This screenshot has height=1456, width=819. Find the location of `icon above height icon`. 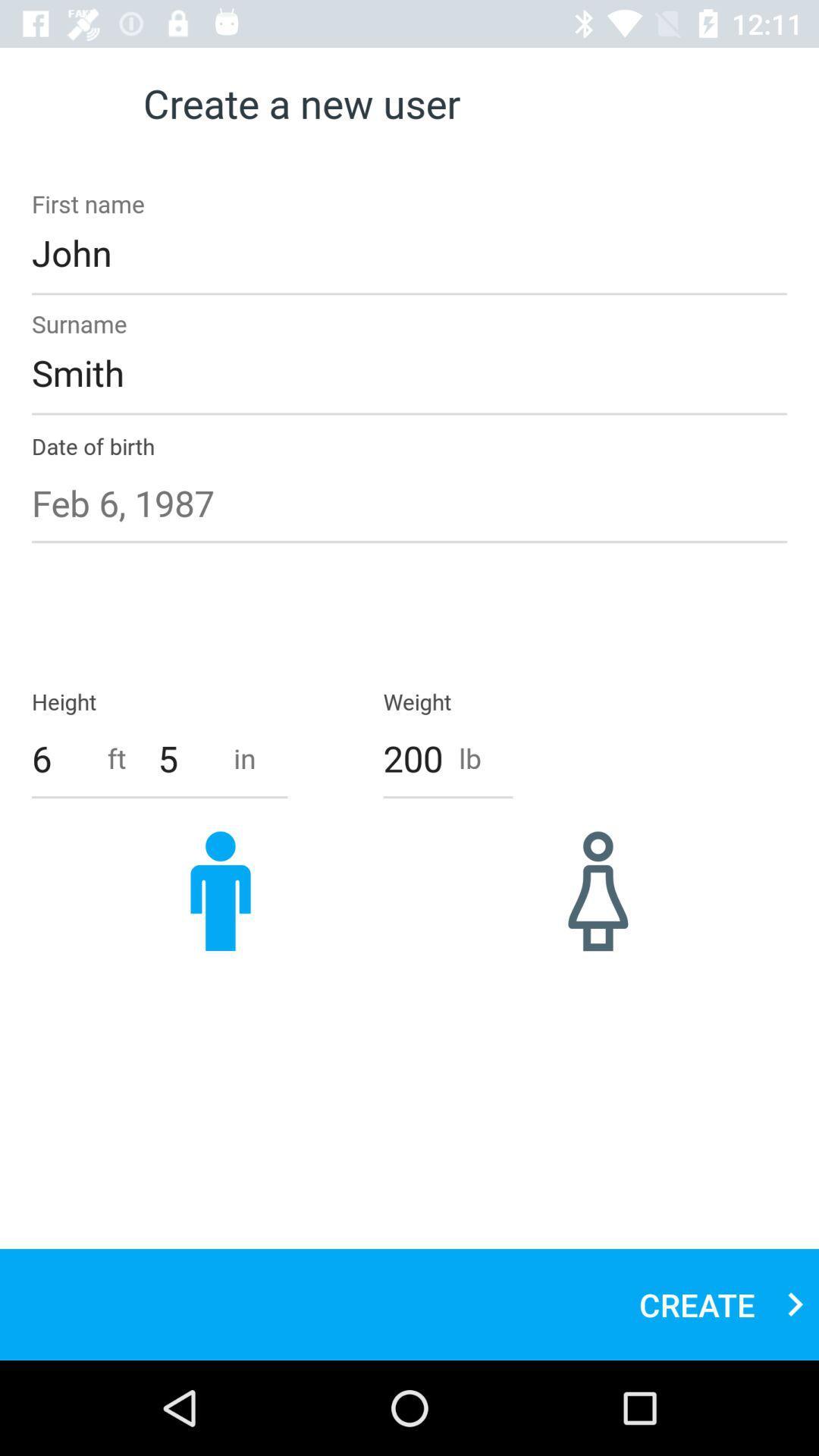

icon above height icon is located at coordinates (409, 503).